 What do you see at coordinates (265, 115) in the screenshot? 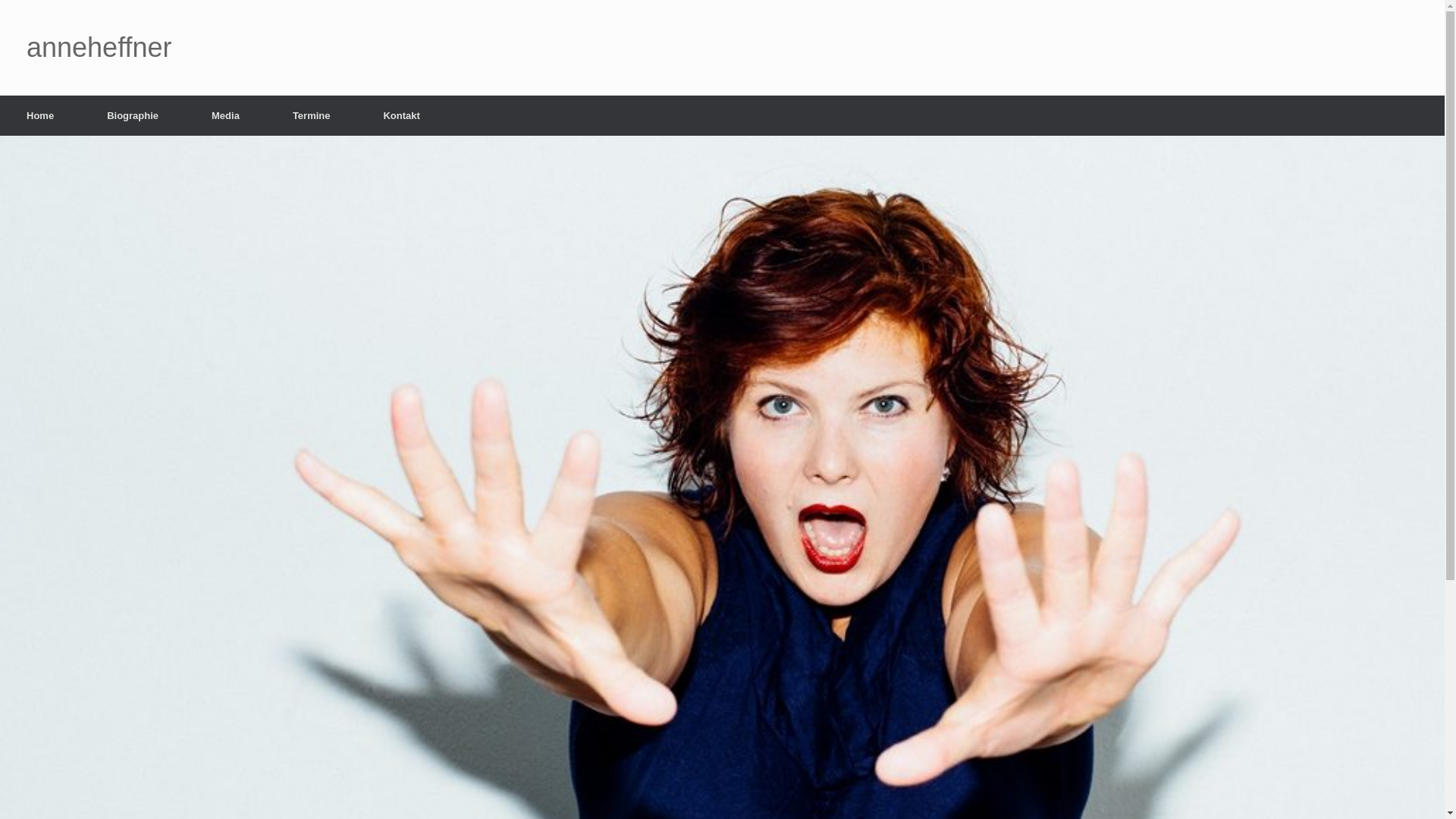
I see `'Termine'` at bounding box center [265, 115].